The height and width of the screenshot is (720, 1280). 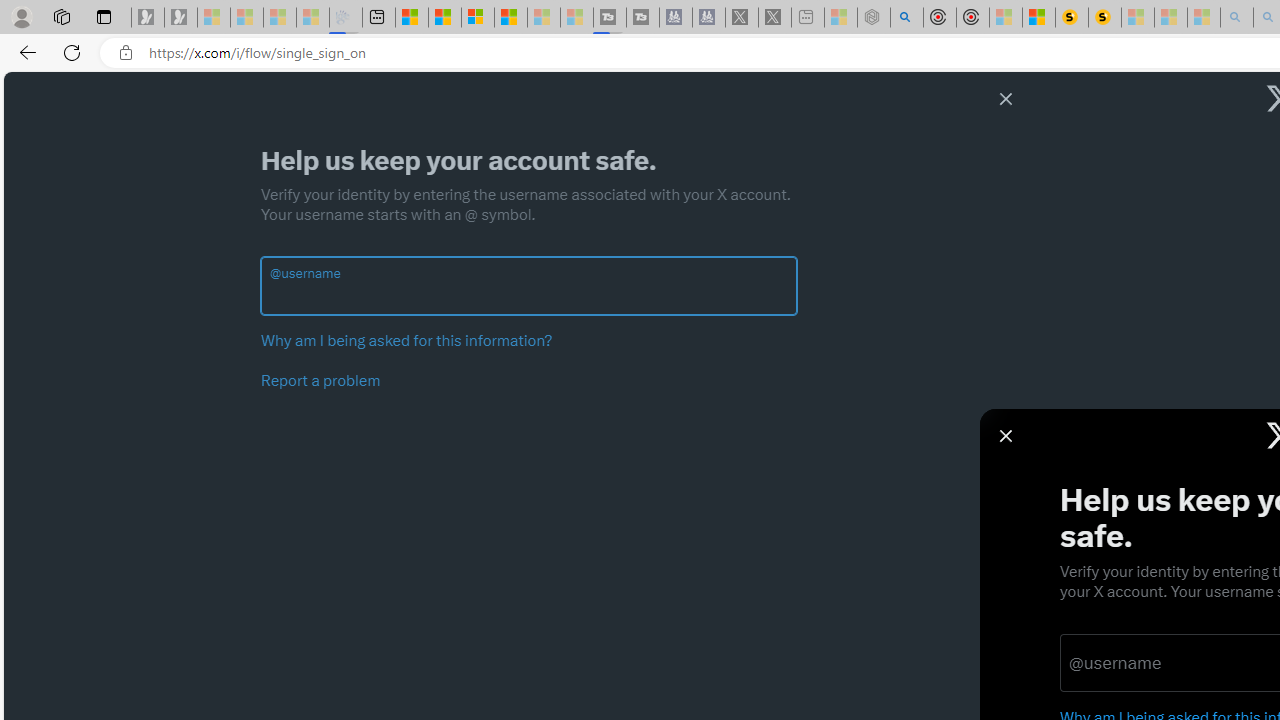 I want to click on 'Newsletter Sign Up - Sleeping', so click(x=181, y=17).